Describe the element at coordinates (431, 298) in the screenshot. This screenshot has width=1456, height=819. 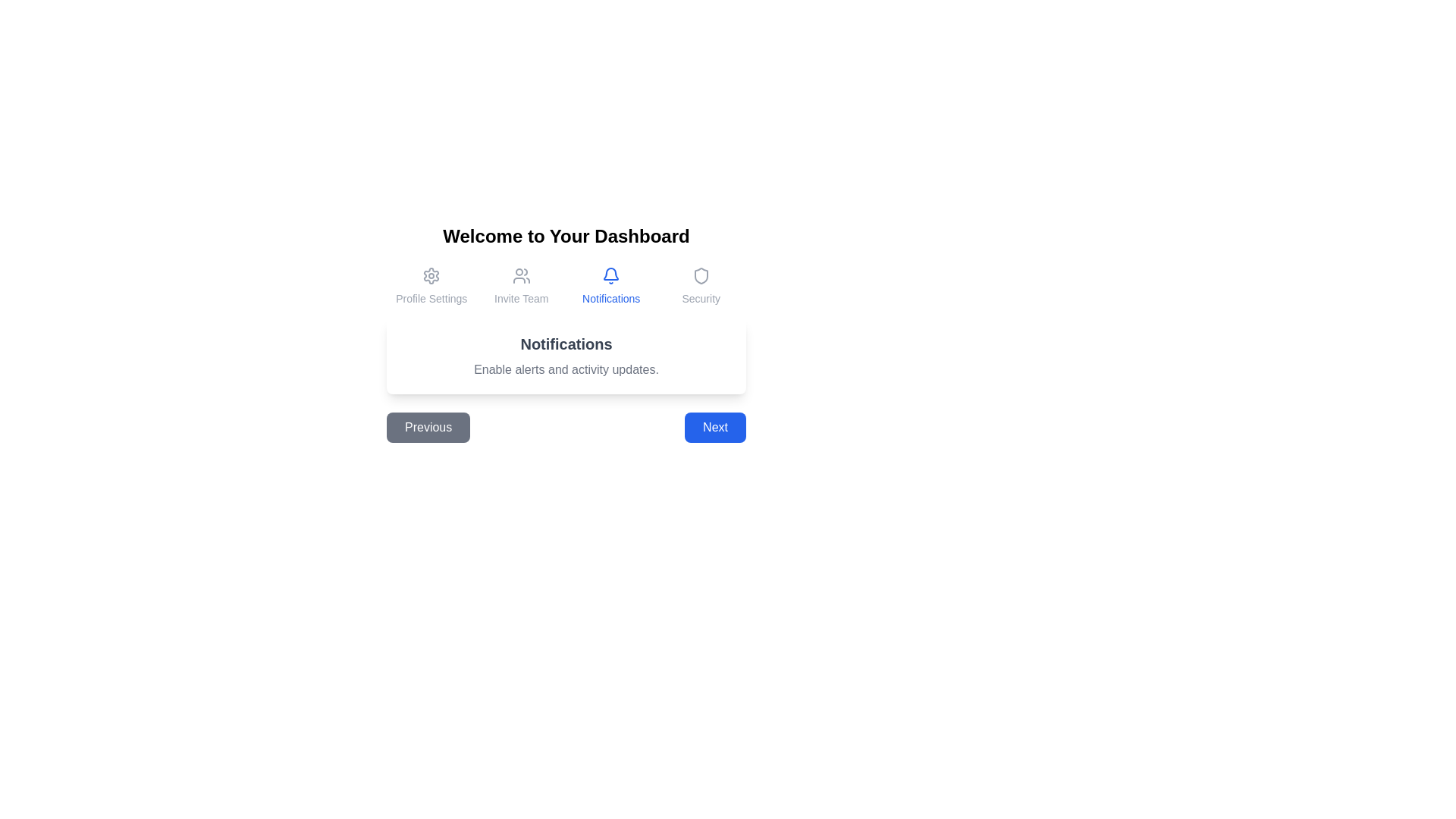
I see `the text label 'Profile Settings', which is styled with a medium font weight and small size, located below a gear icon and is the first item in a horizontal group` at that location.